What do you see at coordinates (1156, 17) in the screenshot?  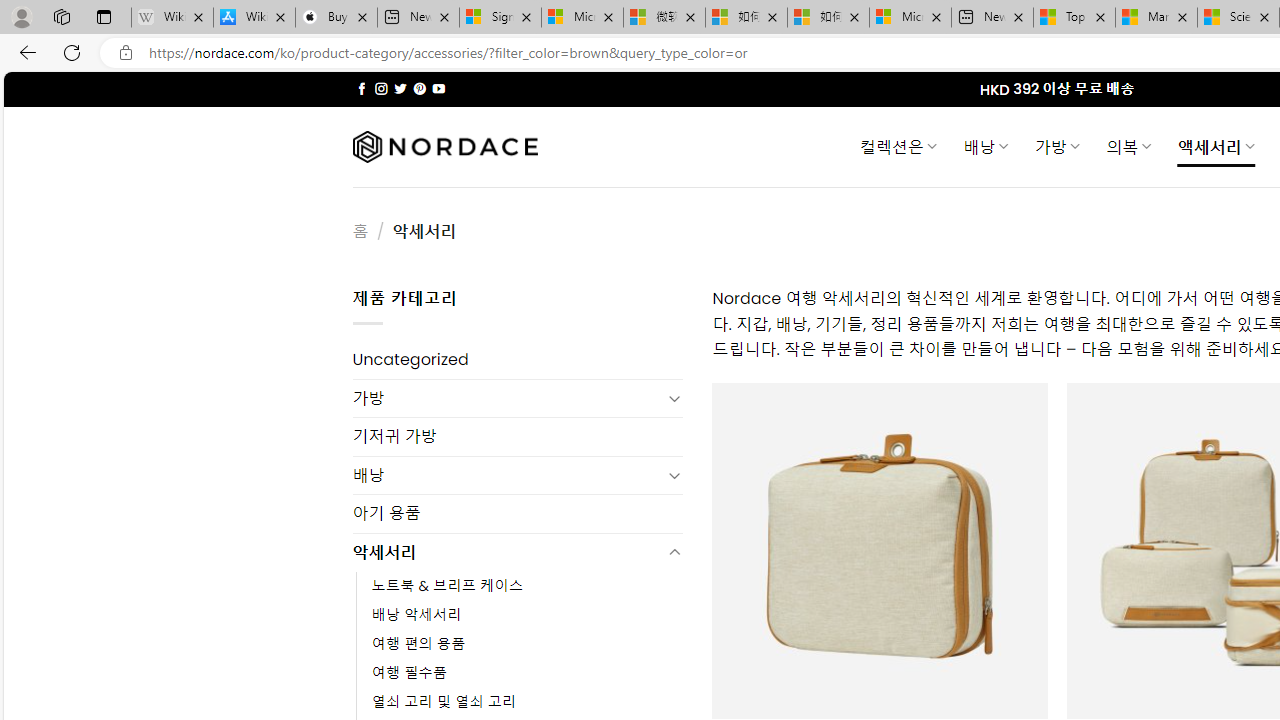 I see `'Marine life - MSN'` at bounding box center [1156, 17].